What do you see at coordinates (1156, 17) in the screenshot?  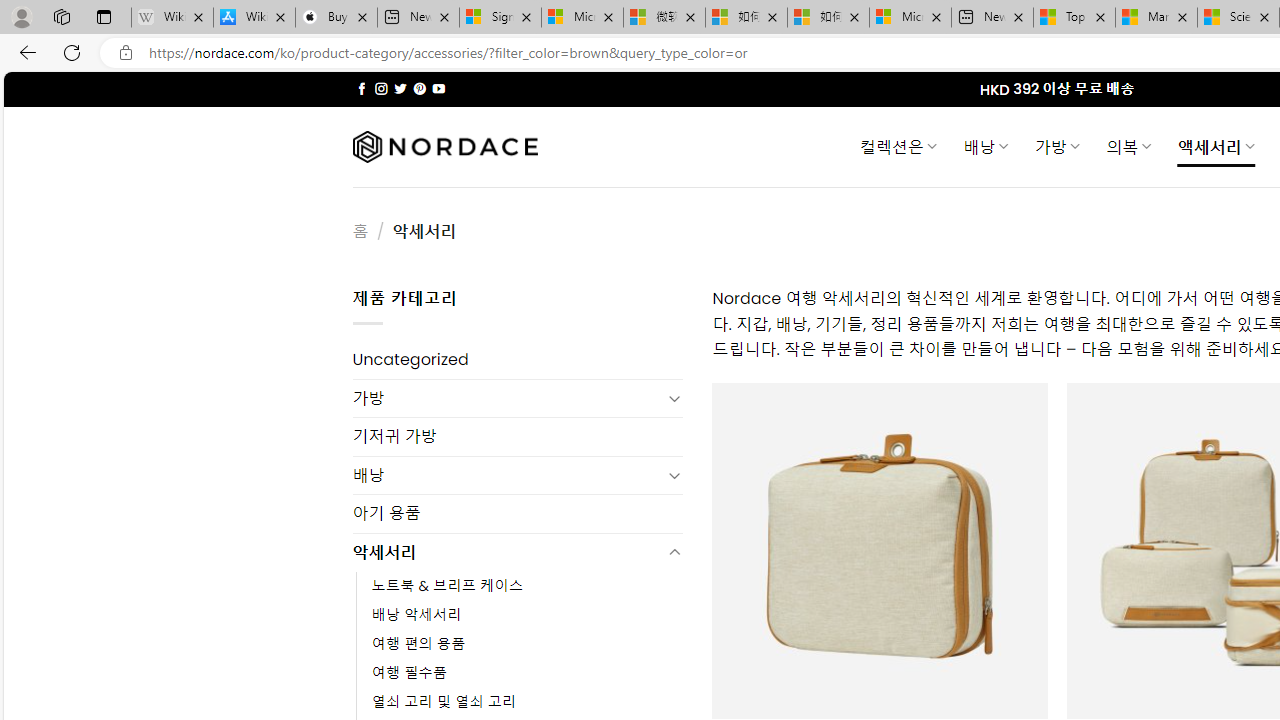 I see `'Marine life - MSN'` at bounding box center [1156, 17].